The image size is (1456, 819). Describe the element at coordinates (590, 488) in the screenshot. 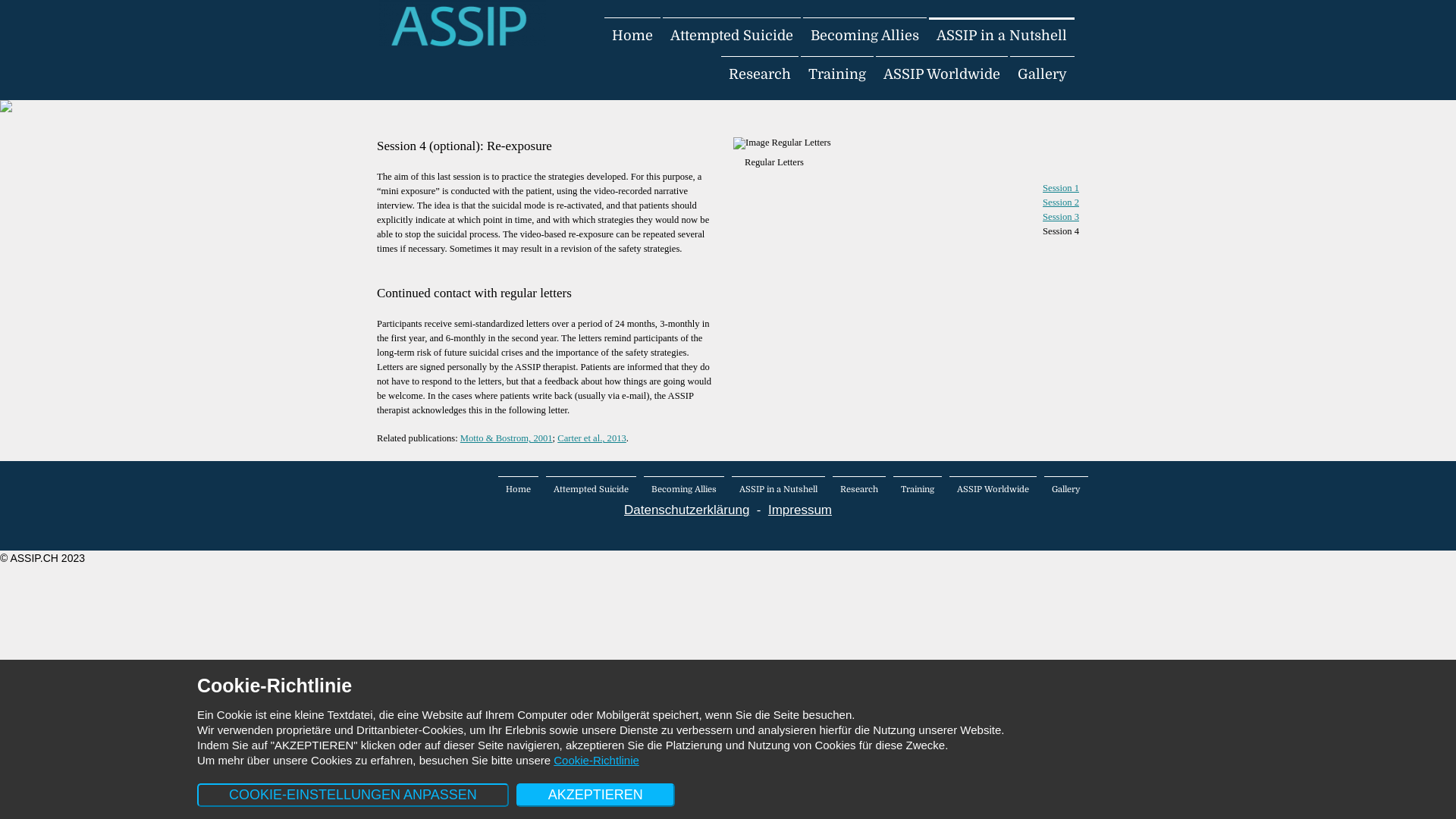

I see `'Attempted Suicide'` at that location.